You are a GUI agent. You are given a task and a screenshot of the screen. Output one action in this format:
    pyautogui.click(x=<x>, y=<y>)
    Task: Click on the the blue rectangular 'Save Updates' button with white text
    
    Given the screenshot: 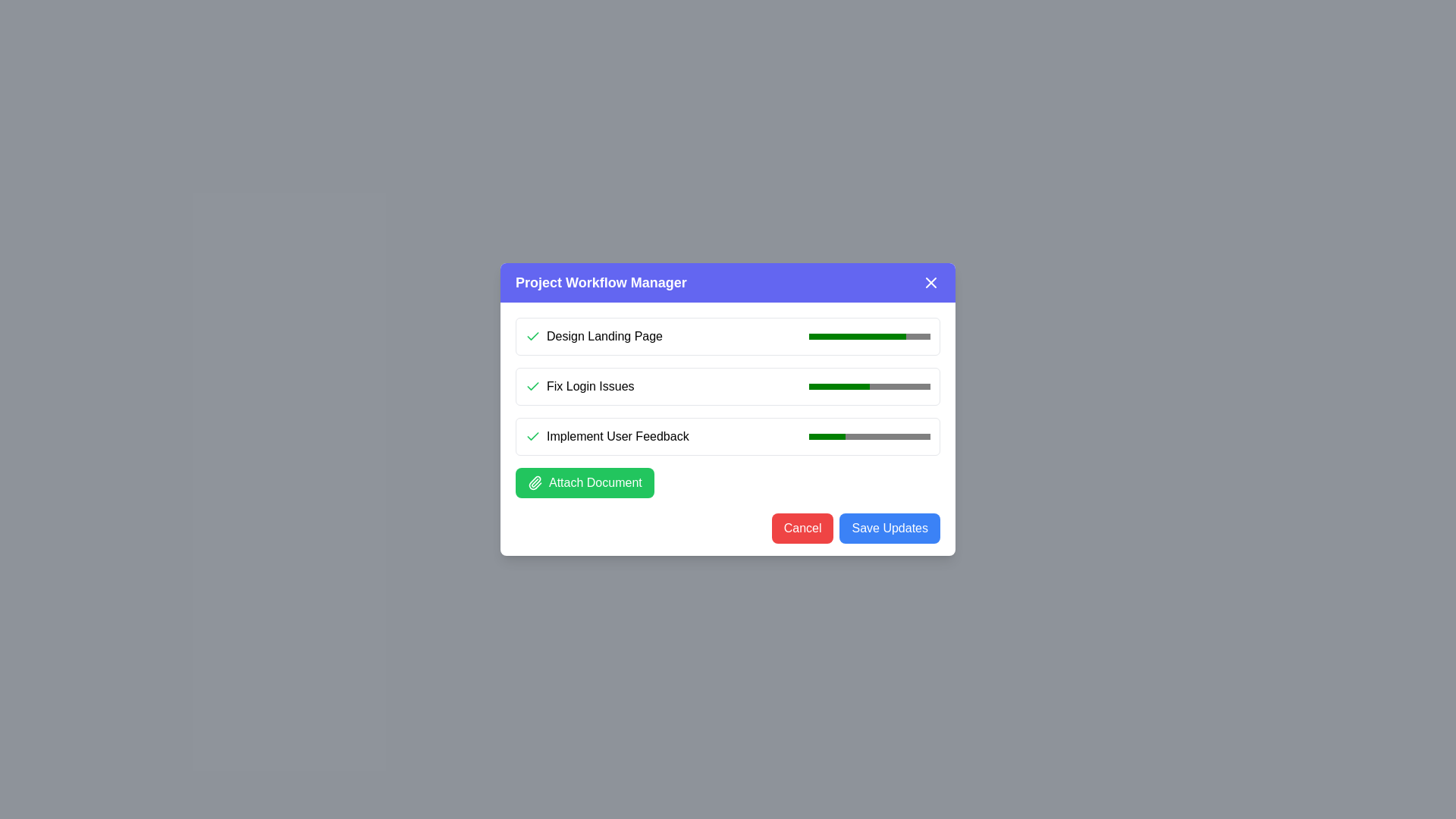 What is the action you would take?
    pyautogui.click(x=890, y=528)
    